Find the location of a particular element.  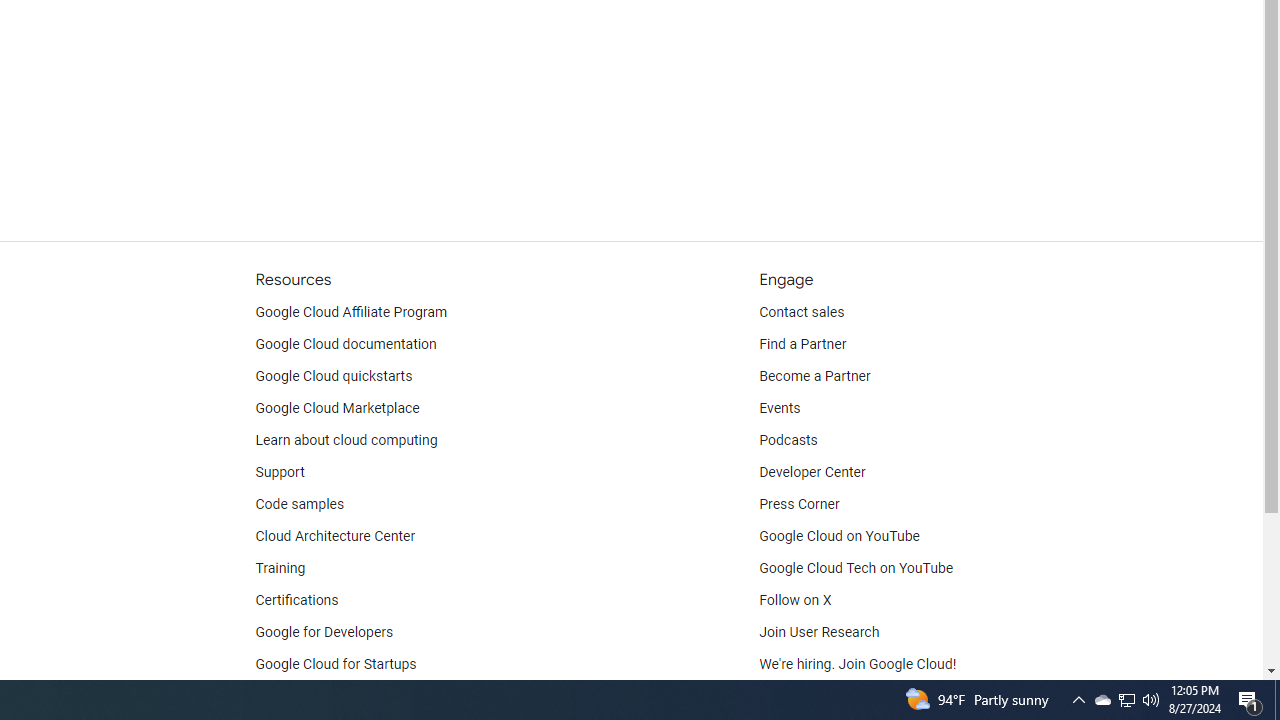

'Become a Partner' is located at coordinates (814, 376).